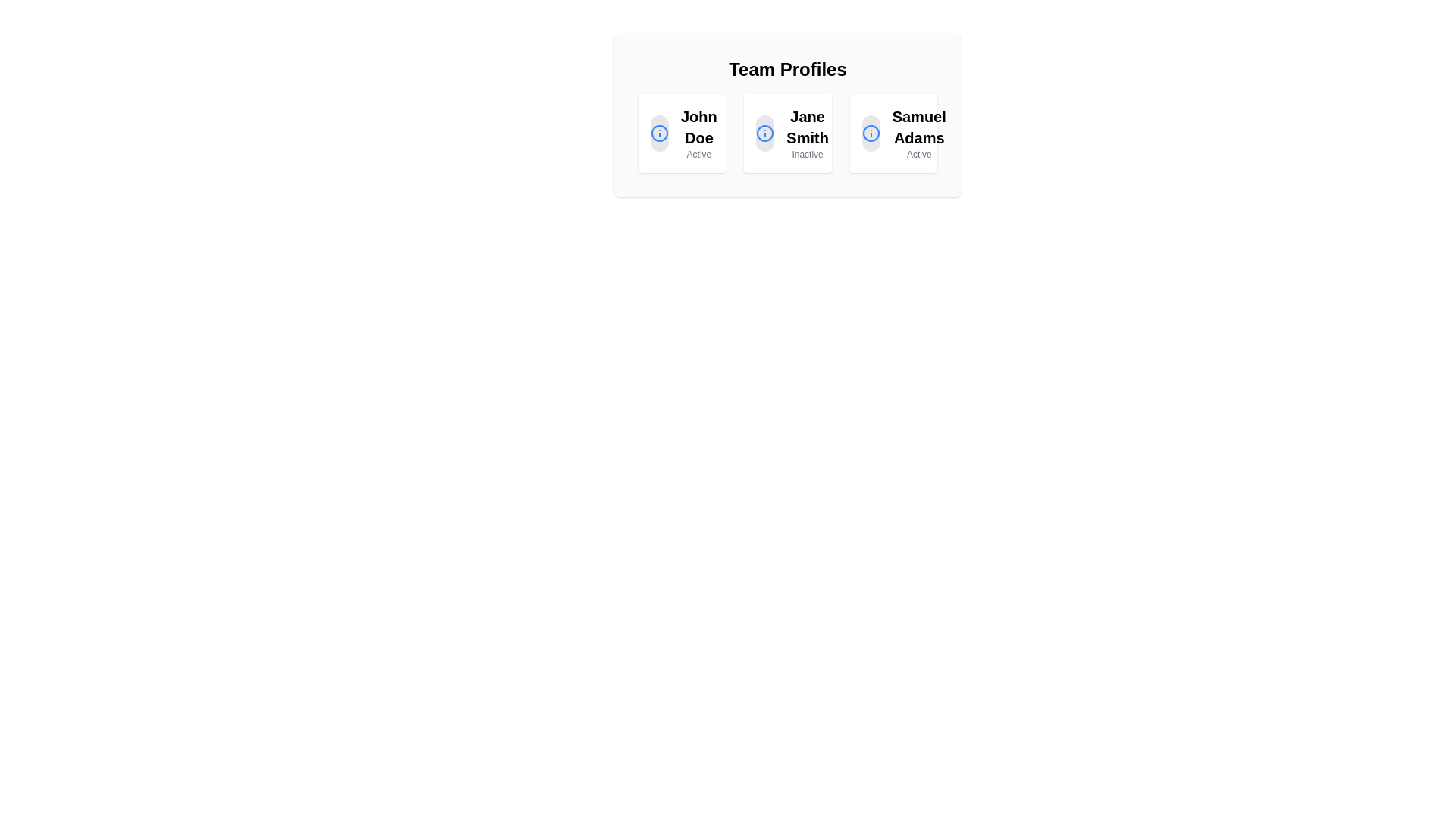  I want to click on the SVG-based icon located at the top of the profile card for 'Jane Smith', which is the second card in a row of three profile cards under 'Team Profiles', so click(765, 133).